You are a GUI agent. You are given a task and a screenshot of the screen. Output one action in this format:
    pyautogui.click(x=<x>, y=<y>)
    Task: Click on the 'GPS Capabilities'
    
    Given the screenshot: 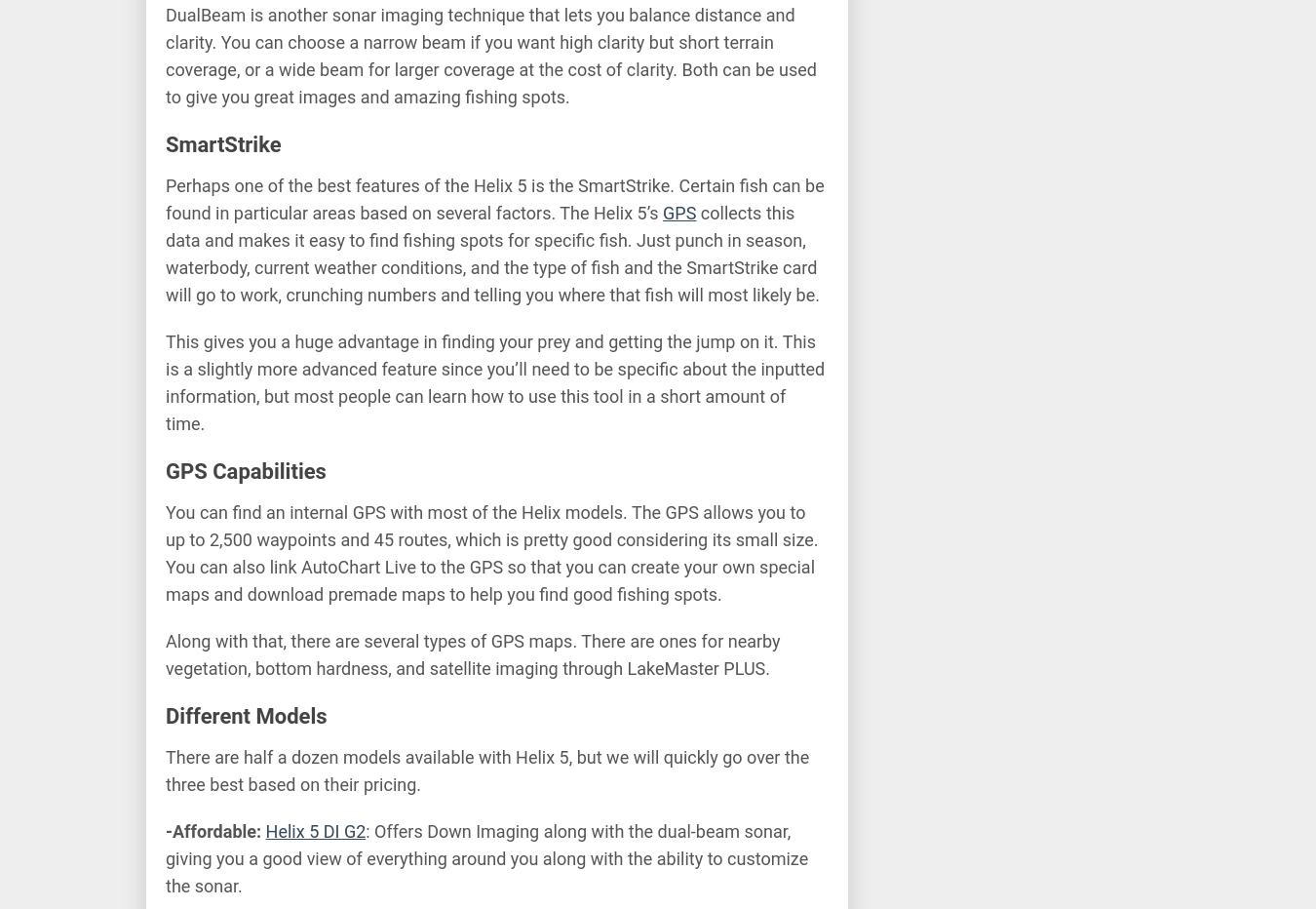 What is the action you would take?
    pyautogui.click(x=245, y=470)
    